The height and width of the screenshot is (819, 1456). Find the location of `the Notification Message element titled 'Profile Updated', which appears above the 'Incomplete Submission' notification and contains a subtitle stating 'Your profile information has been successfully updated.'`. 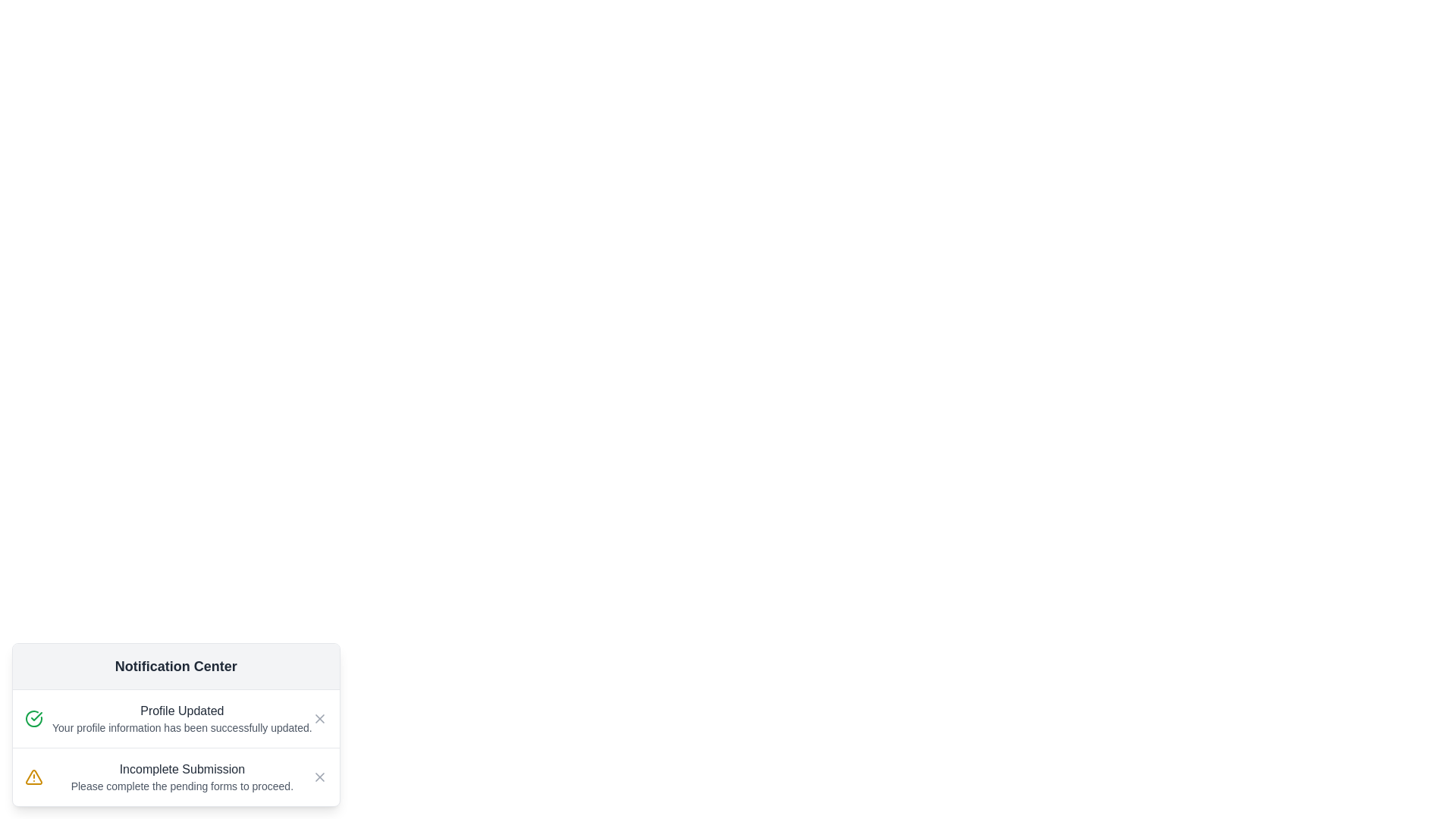

the Notification Message element titled 'Profile Updated', which appears above the 'Incomplete Submission' notification and contains a subtitle stating 'Your profile information has been successfully updated.' is located at coordinates (182, 718).